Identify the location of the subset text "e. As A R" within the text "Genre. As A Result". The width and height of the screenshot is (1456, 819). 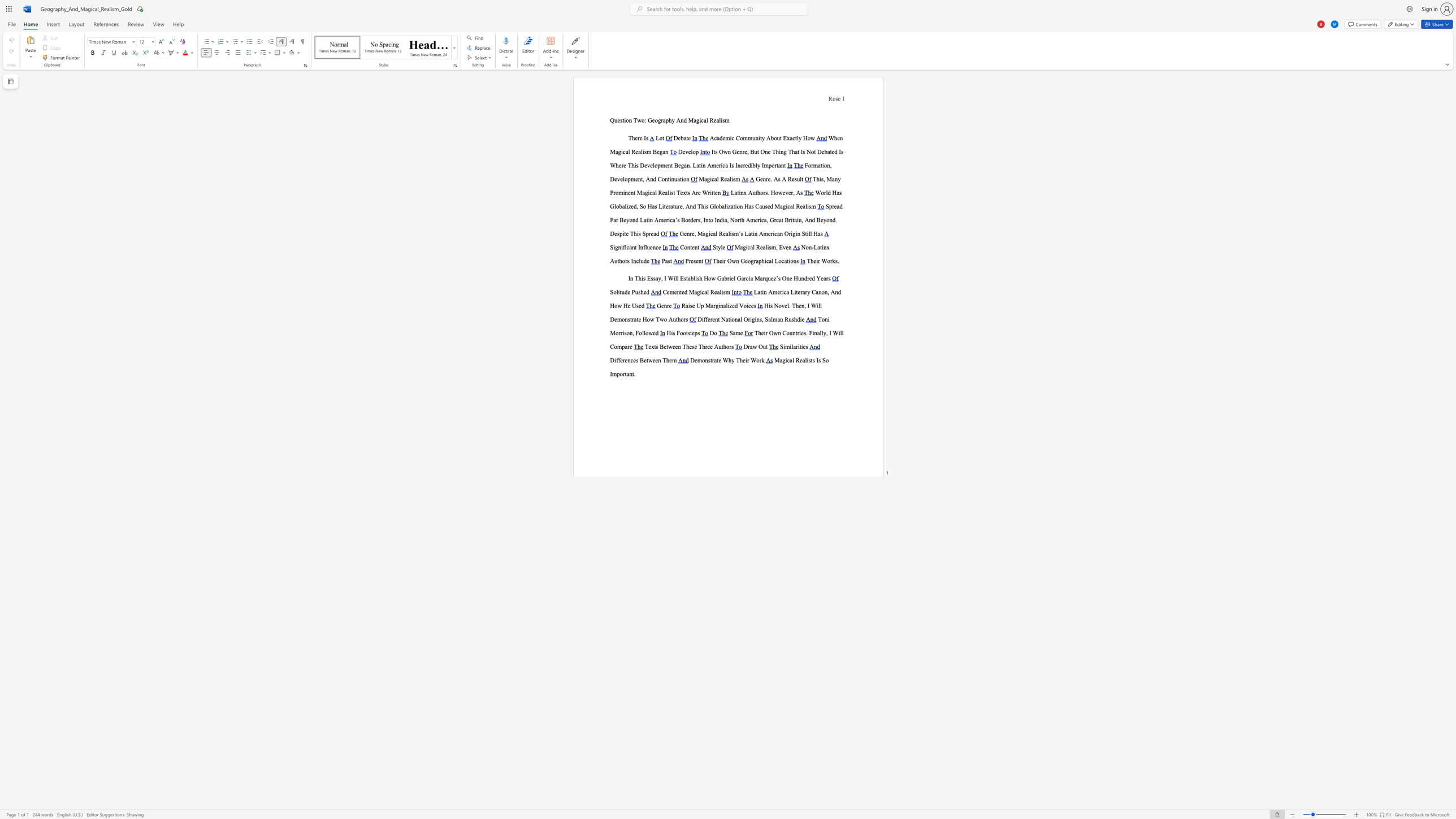
(767, 179).